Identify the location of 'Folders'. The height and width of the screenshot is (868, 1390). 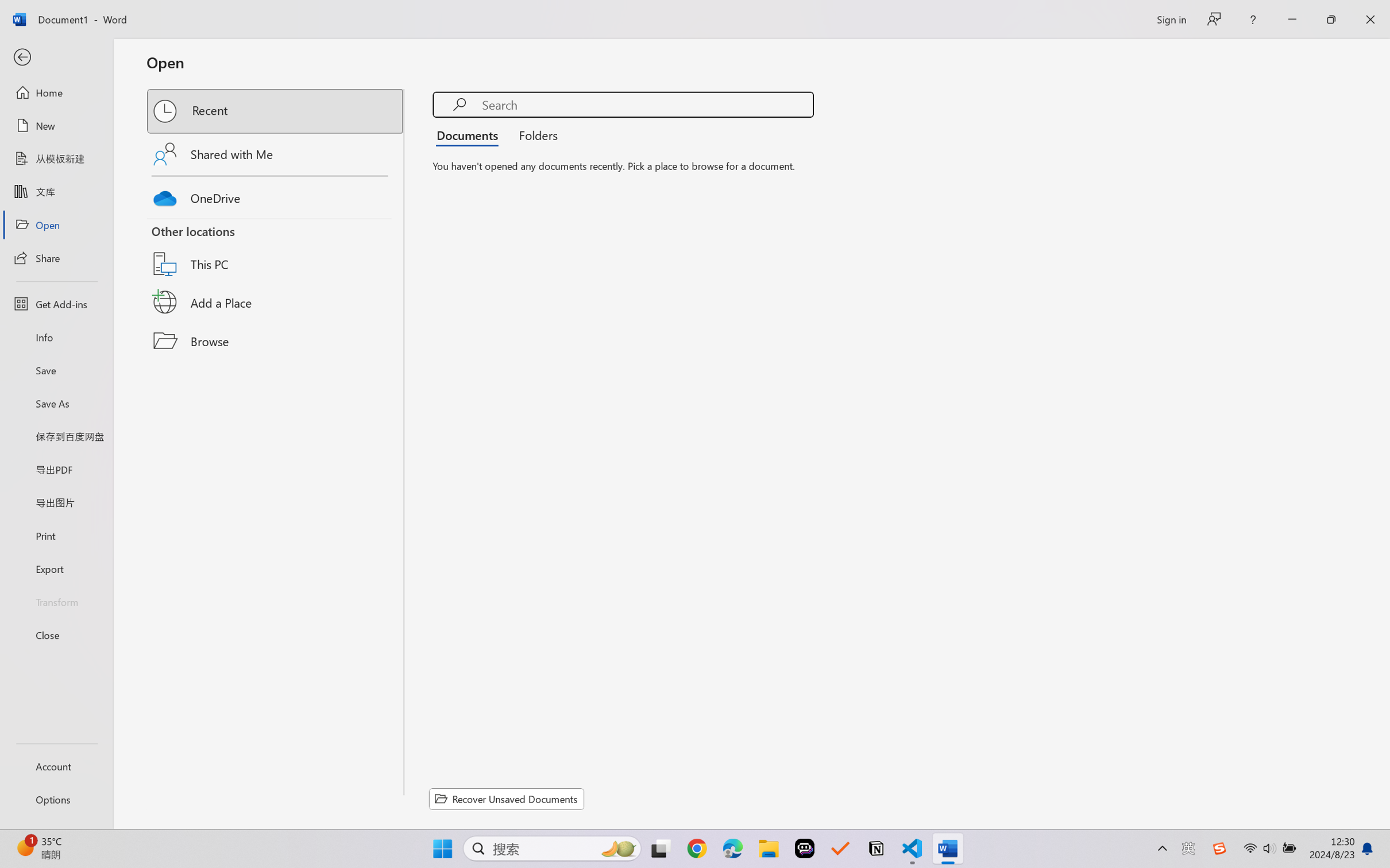
(535, 134).